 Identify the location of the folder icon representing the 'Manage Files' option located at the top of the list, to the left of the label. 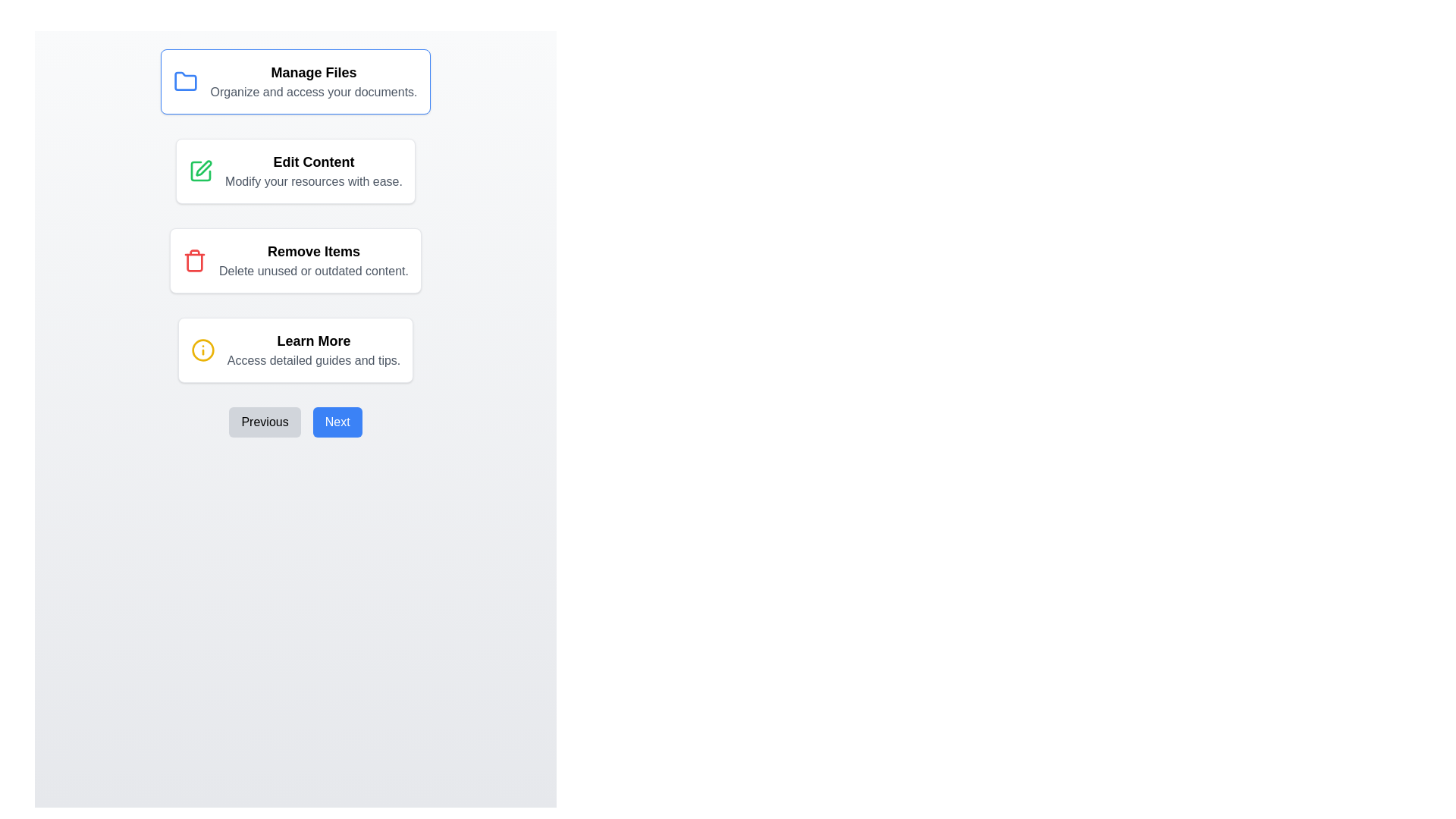
(185, 81).